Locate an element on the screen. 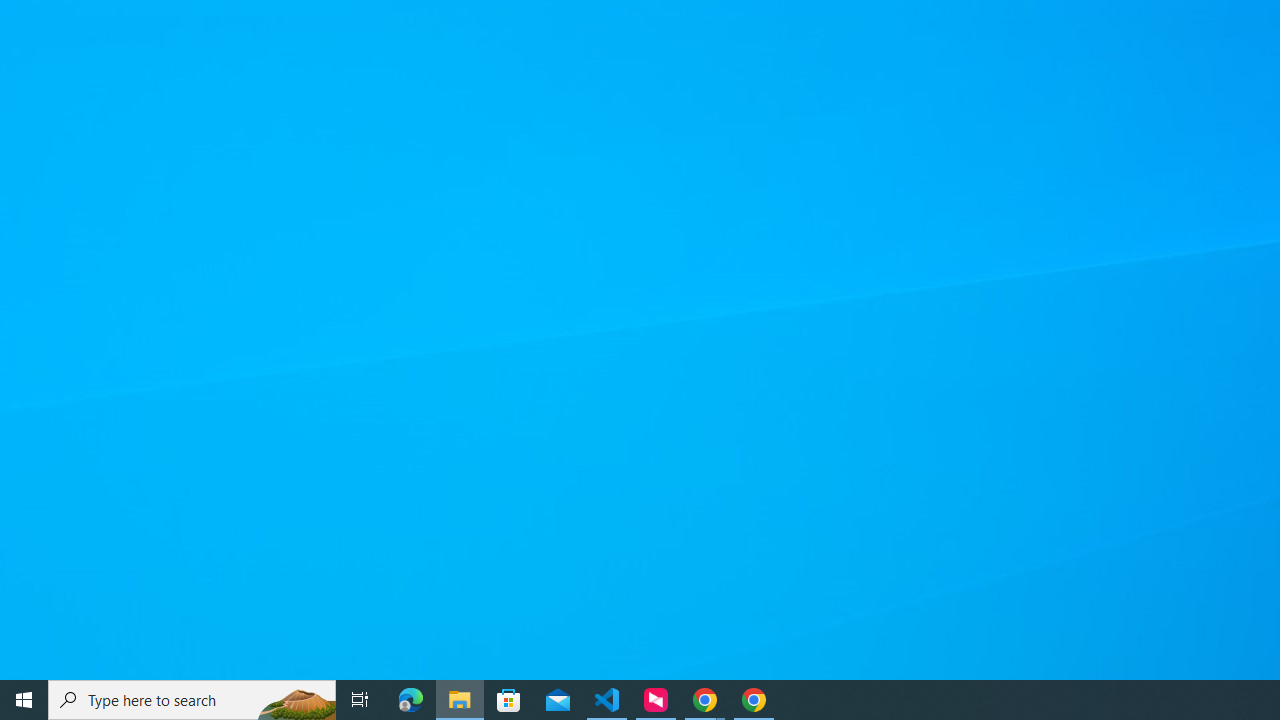  'Start' is located at coordinates (24, 698).